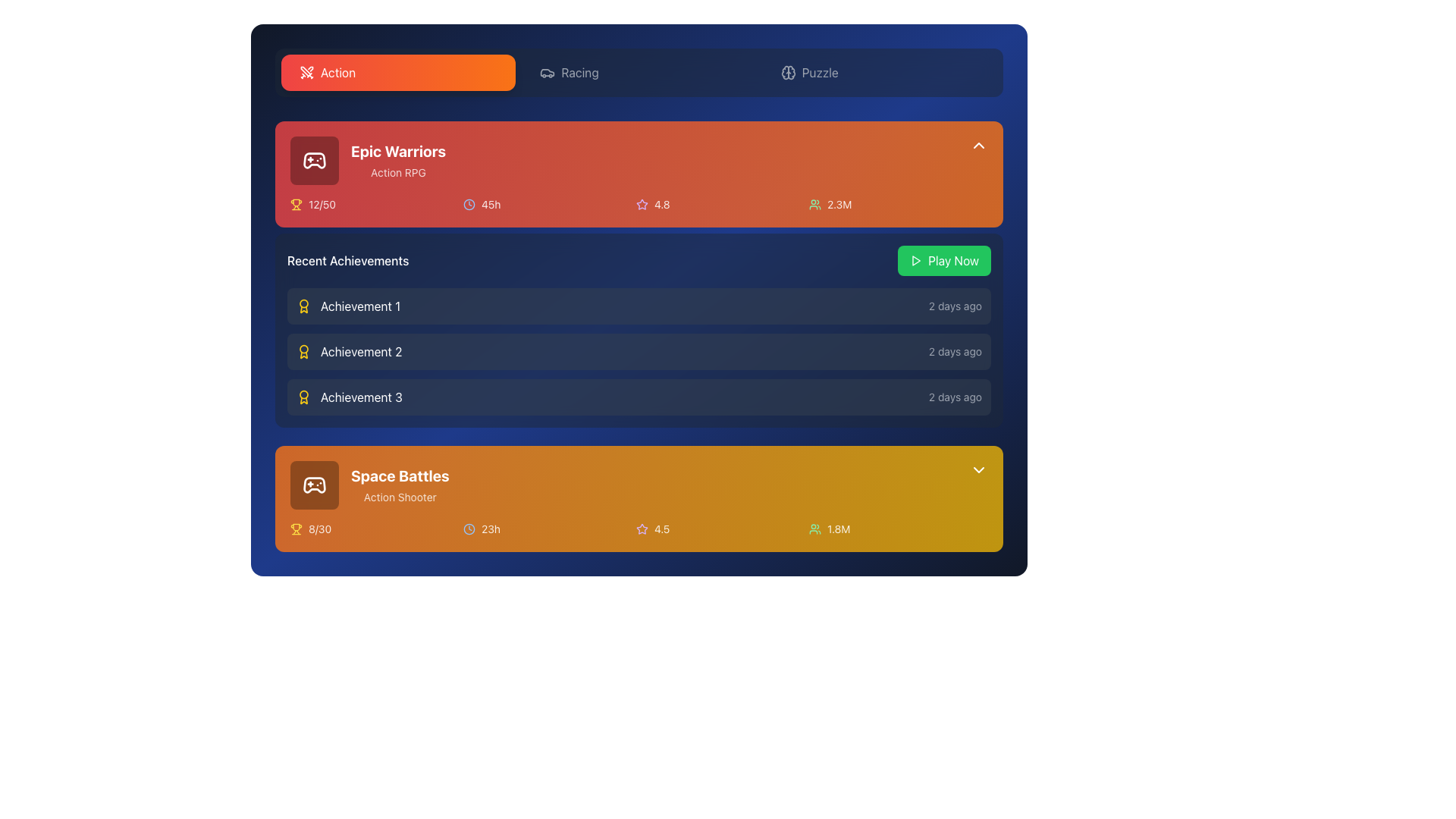 The height and width of the screenshot is (819, 1456). Describe the element at coordinates (915, 259) in the screenshot. I see `the play icon, a triangular arrow pointing right, located within the green 'Play Now' button in the top-right quadrant of the 'Epic Warriors' game card to initiate the play action` at that location.